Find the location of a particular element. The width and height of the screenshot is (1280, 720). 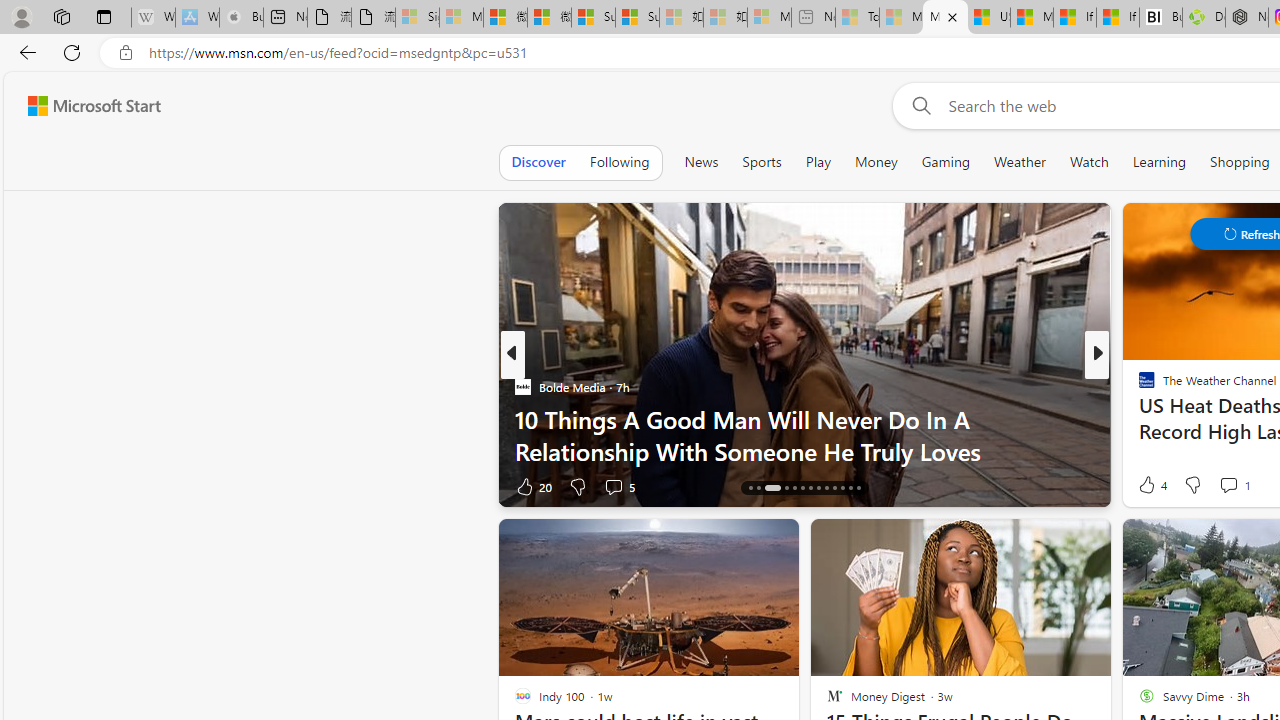

'AutomationID: tab-23' is located at coordinates (833, 488).